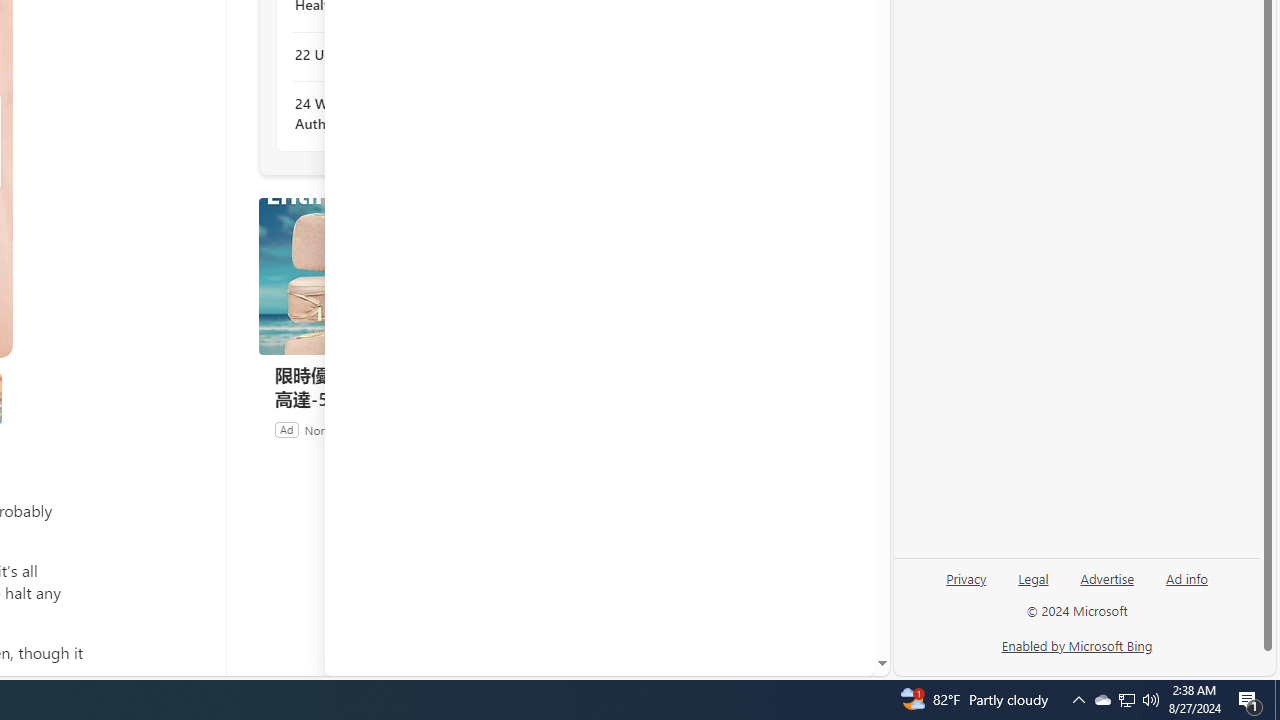  What do you see at coordinates (402, 114) in the screenshot?
I see `'24 Ways Phones Are Destroying Authentic Relationships'` at bounding box center [402, 114].